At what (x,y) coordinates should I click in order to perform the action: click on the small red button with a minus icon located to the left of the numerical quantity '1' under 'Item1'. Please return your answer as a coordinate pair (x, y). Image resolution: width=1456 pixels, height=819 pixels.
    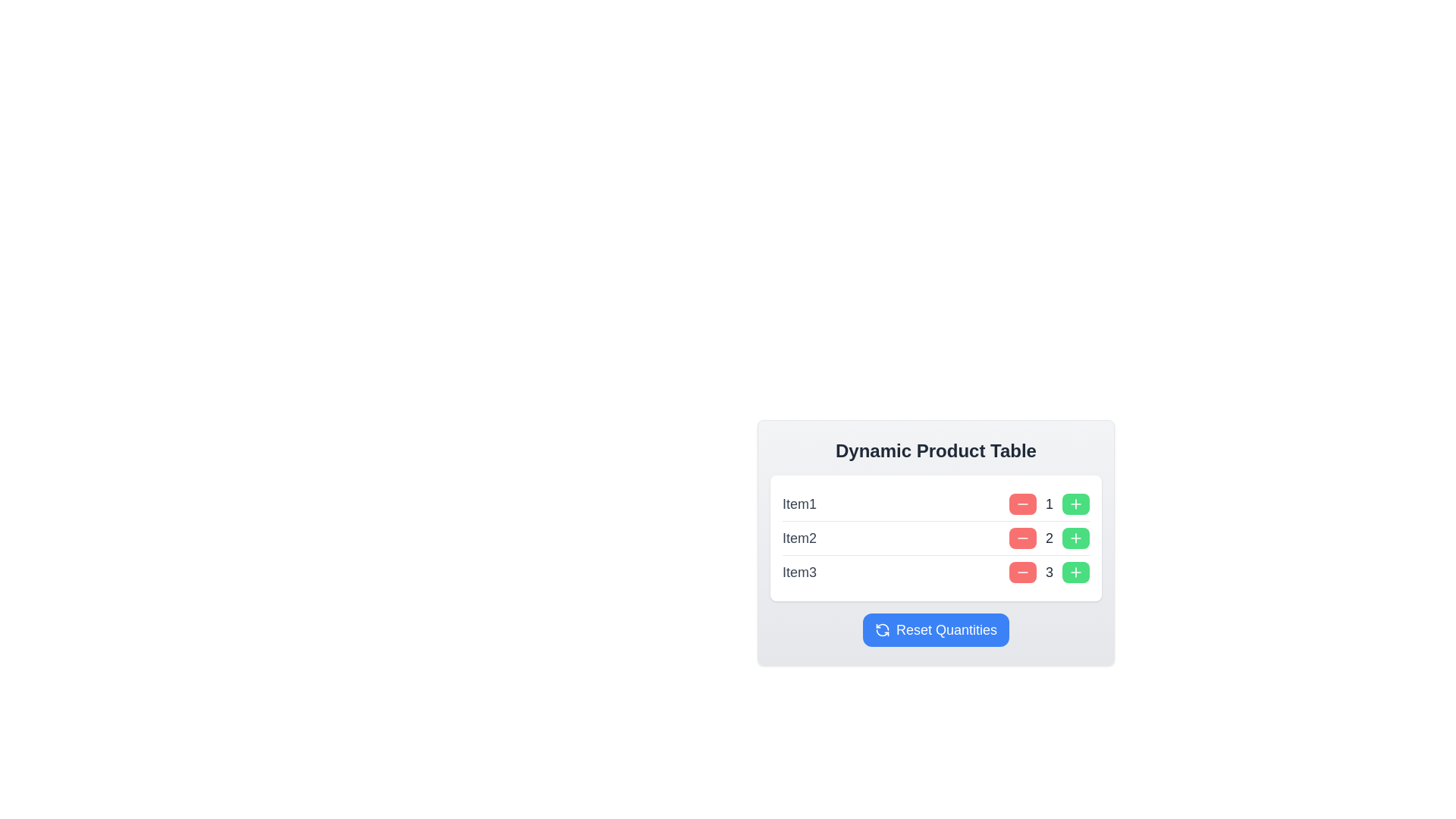
    Looking at the image, I should click on (1022, 504).